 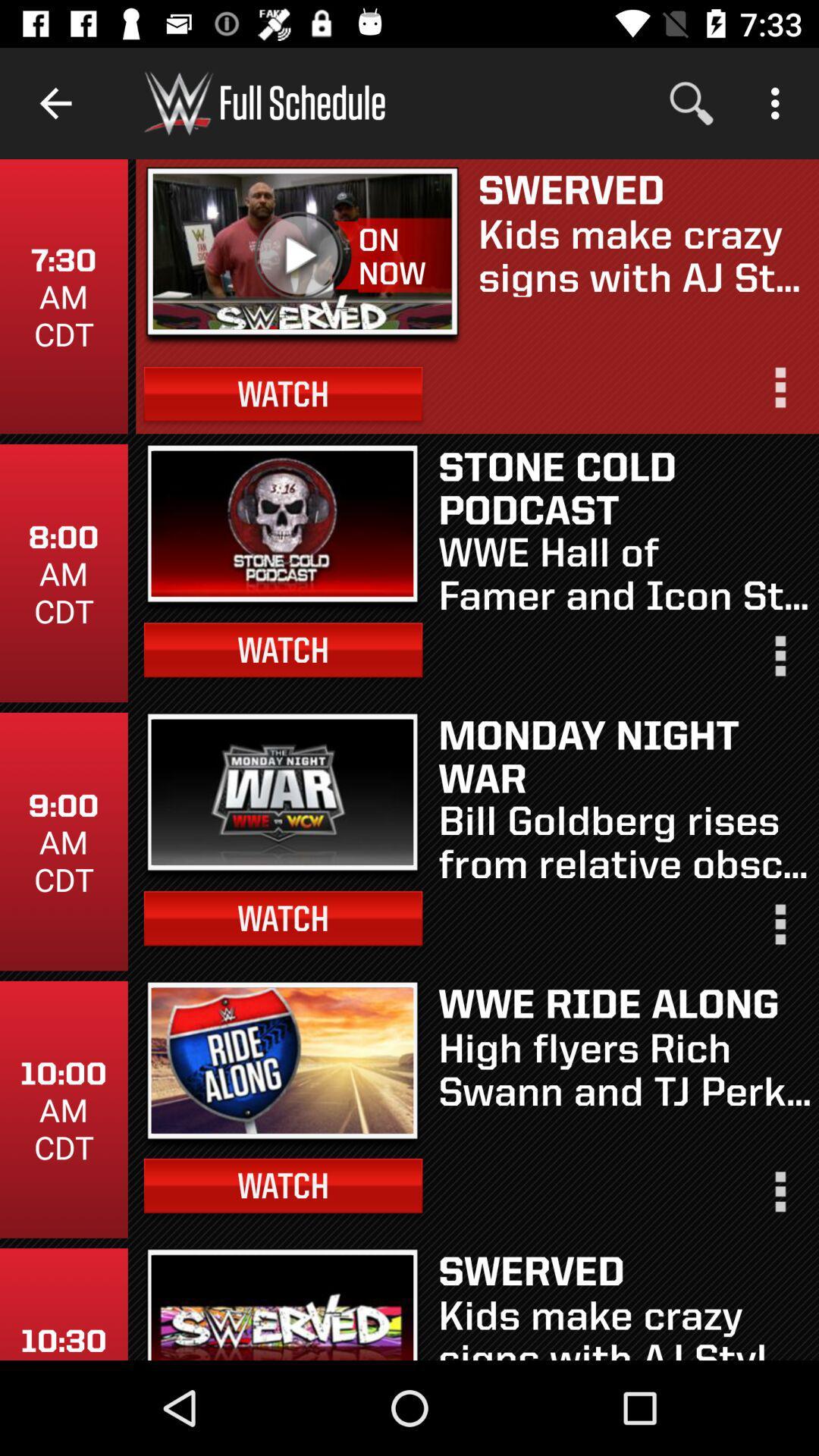 I want to click on item next to on now icon, so click(x=303, y=256).